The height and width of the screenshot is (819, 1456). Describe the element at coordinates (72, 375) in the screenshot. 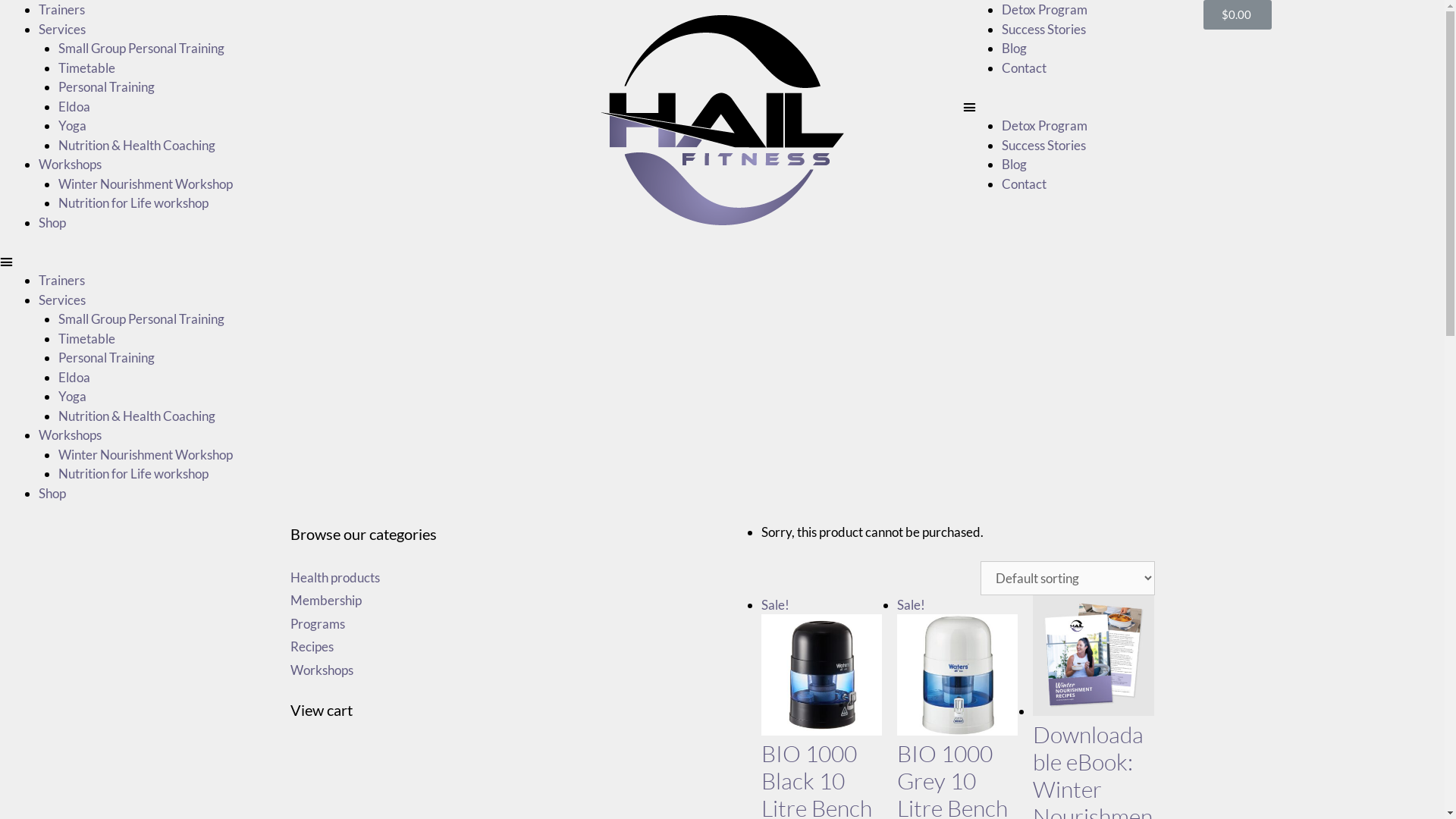

I see `'Eldoa'` at that location.